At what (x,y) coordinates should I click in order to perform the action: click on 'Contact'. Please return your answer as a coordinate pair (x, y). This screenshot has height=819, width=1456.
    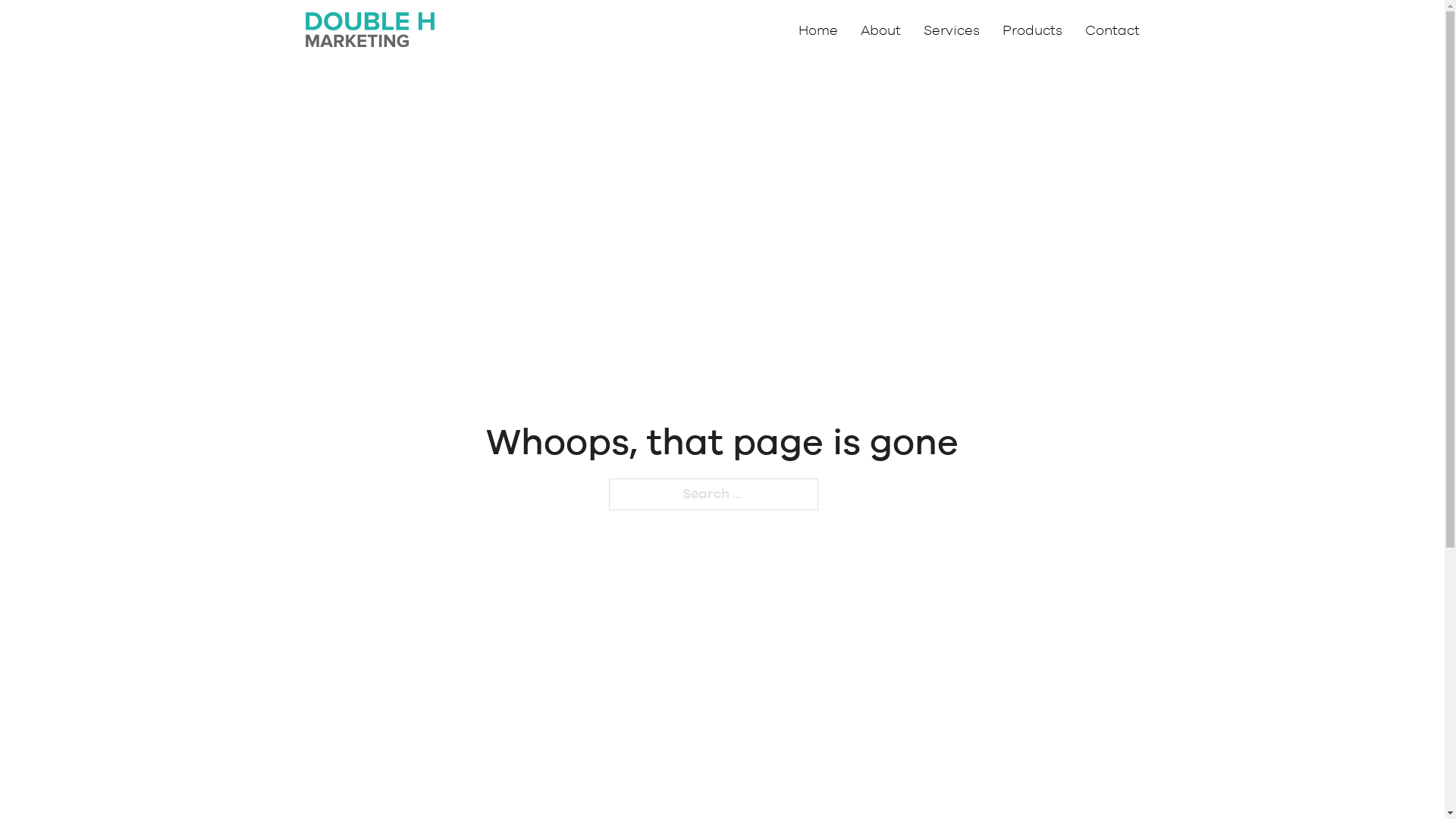
    Looking at the image, I should click on (1111, 31).